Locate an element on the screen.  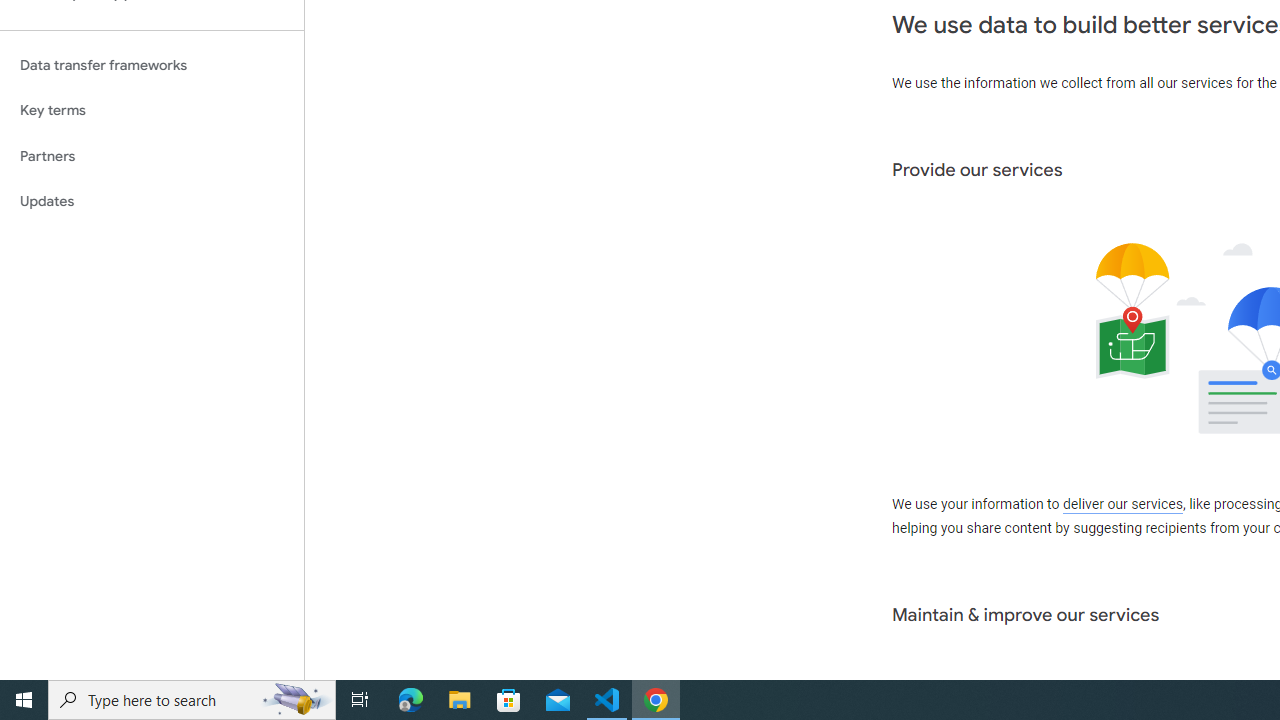
'Data transfer frameworks' is located at coordinates (151, 64).